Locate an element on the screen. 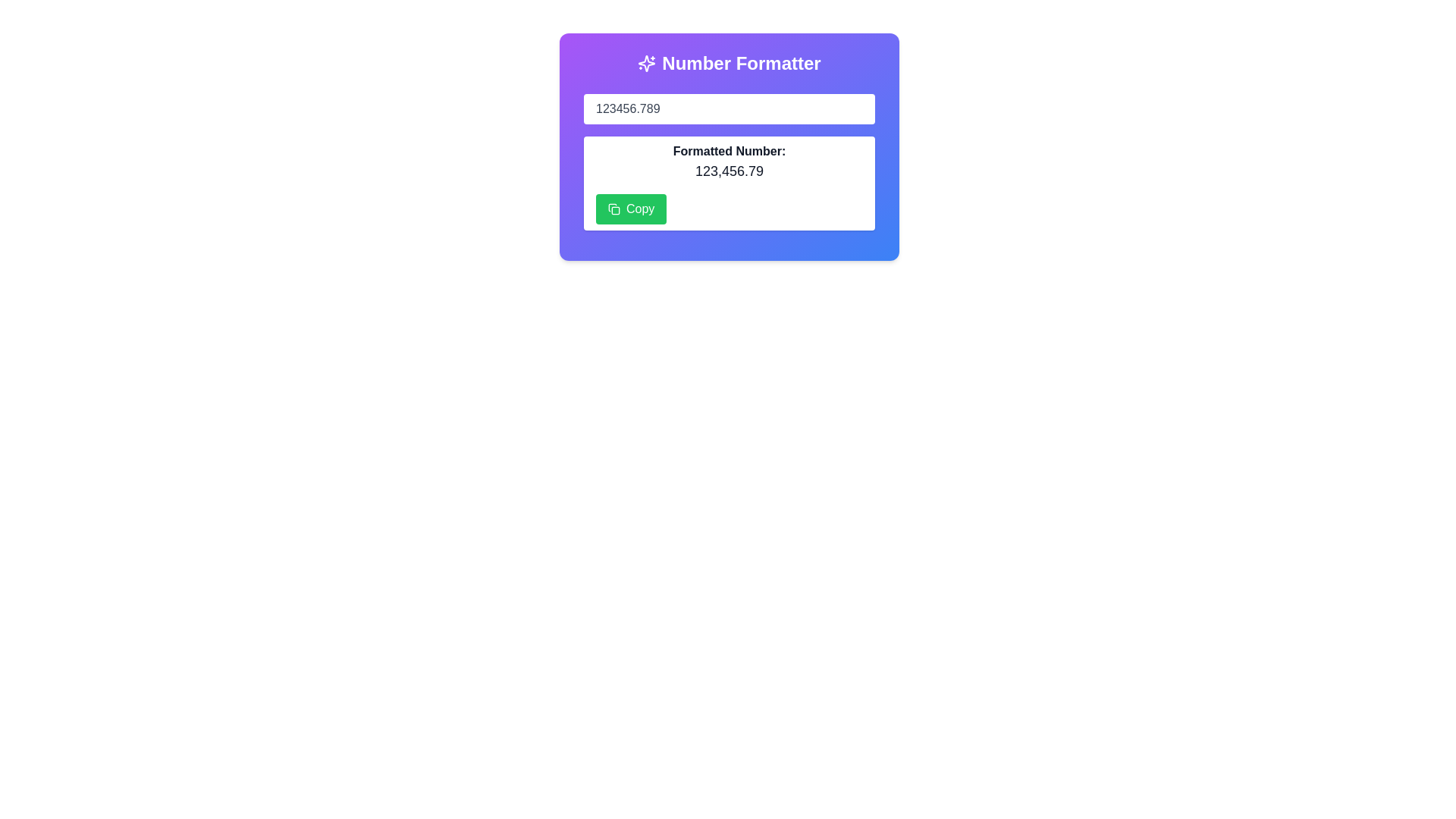 The image size is (1456, 819). the button that copies the formatted number '123,456.79' to the clipboard is located at coordinates (631, 209).